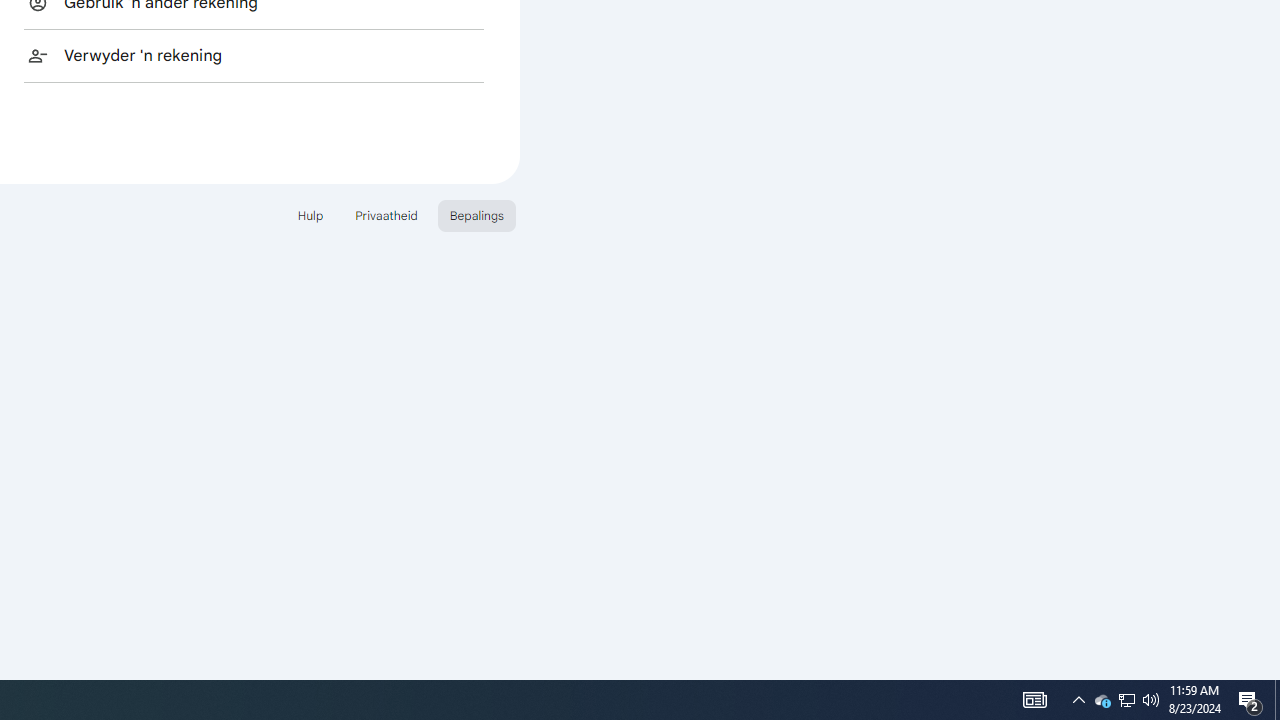 The width and height of the screenshot is (1280, 720). I want to click on 'Verwyder ', so click(253, 54).